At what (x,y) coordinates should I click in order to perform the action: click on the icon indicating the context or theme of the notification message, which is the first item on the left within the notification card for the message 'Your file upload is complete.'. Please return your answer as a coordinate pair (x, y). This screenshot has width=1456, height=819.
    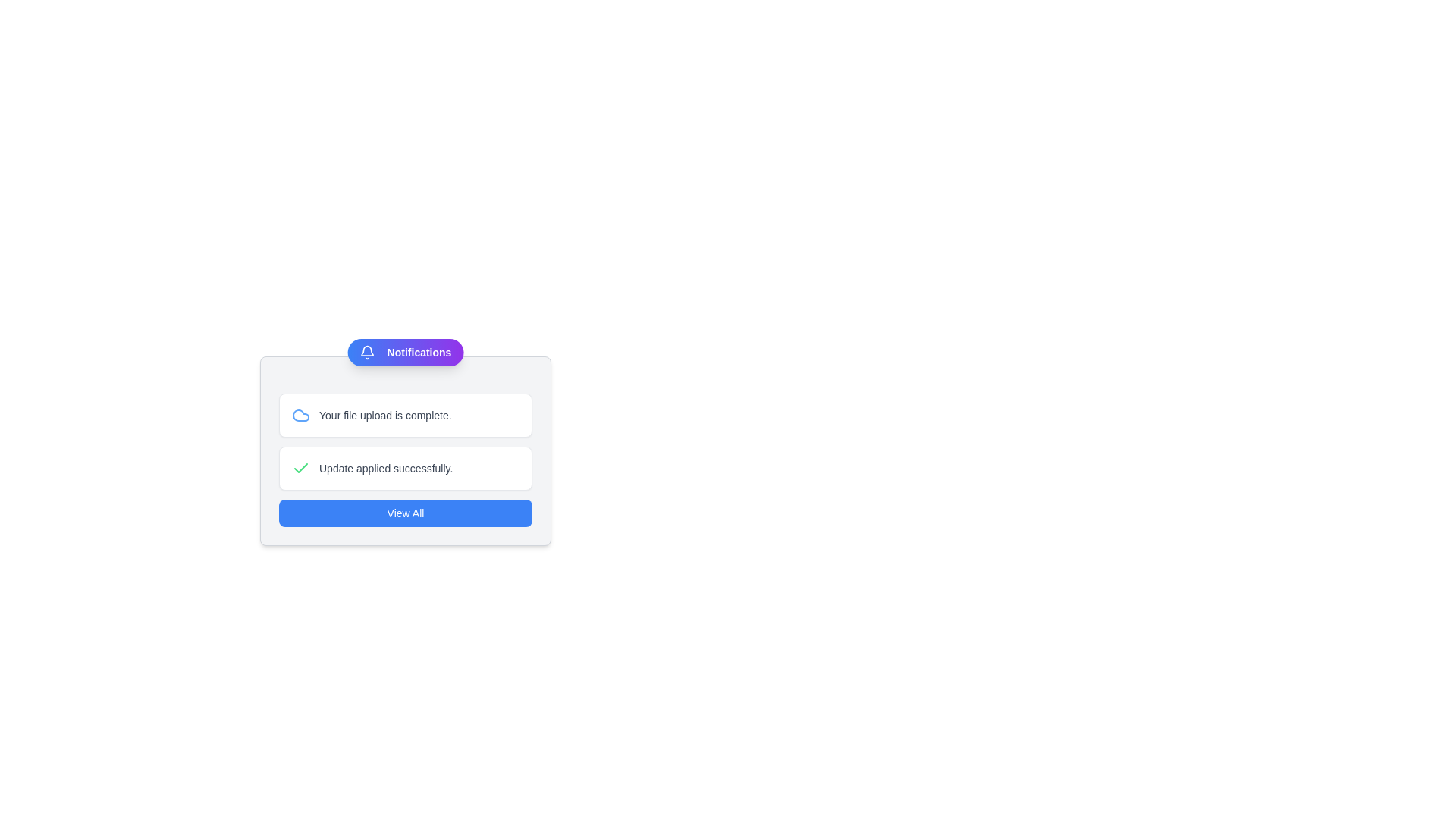
    Looking at the image, I should click on (301, 415).